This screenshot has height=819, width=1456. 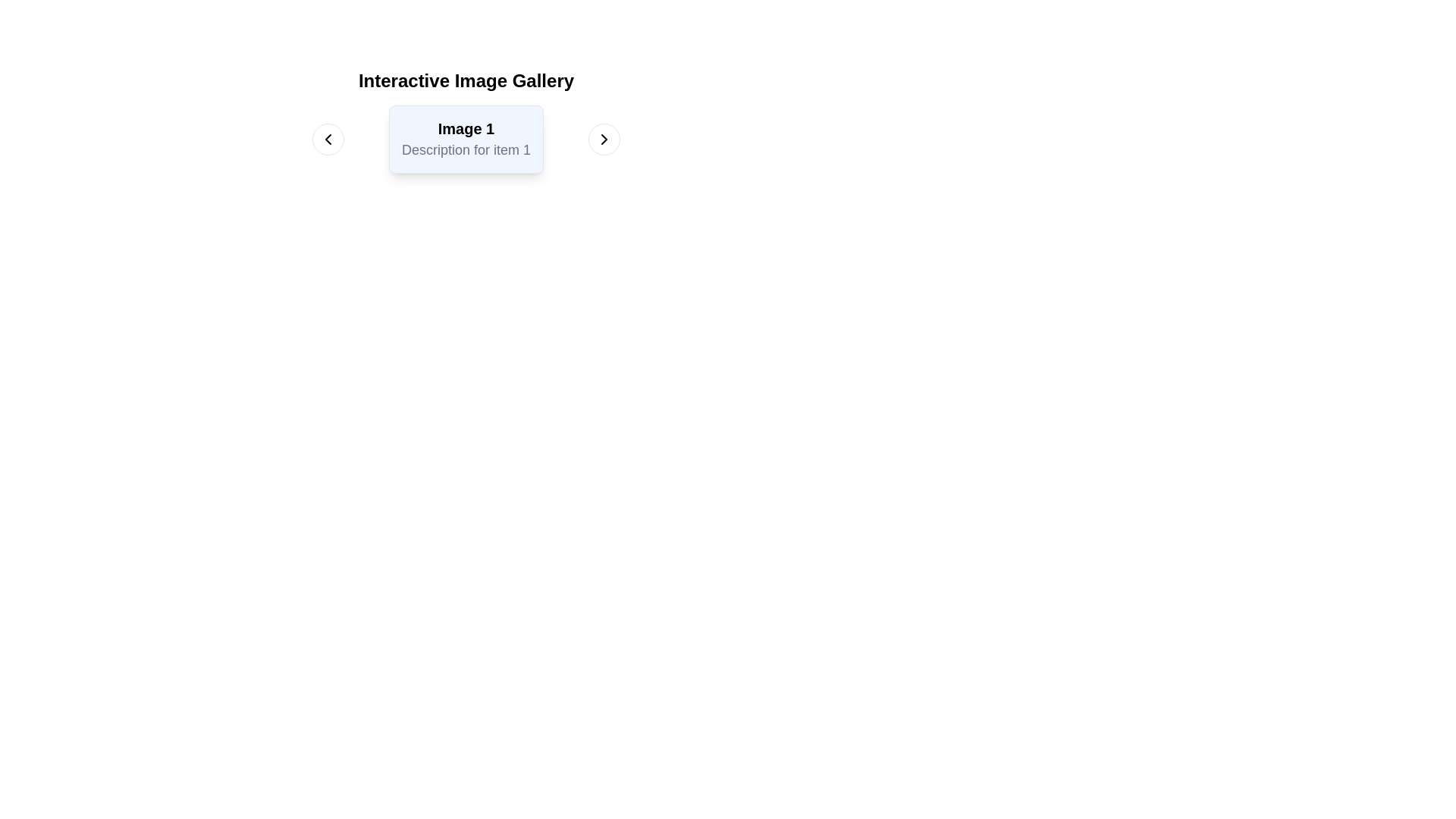 I want to click on the leftward pointing chevron arrow icon within the SVG, so click(x=327, y=140).